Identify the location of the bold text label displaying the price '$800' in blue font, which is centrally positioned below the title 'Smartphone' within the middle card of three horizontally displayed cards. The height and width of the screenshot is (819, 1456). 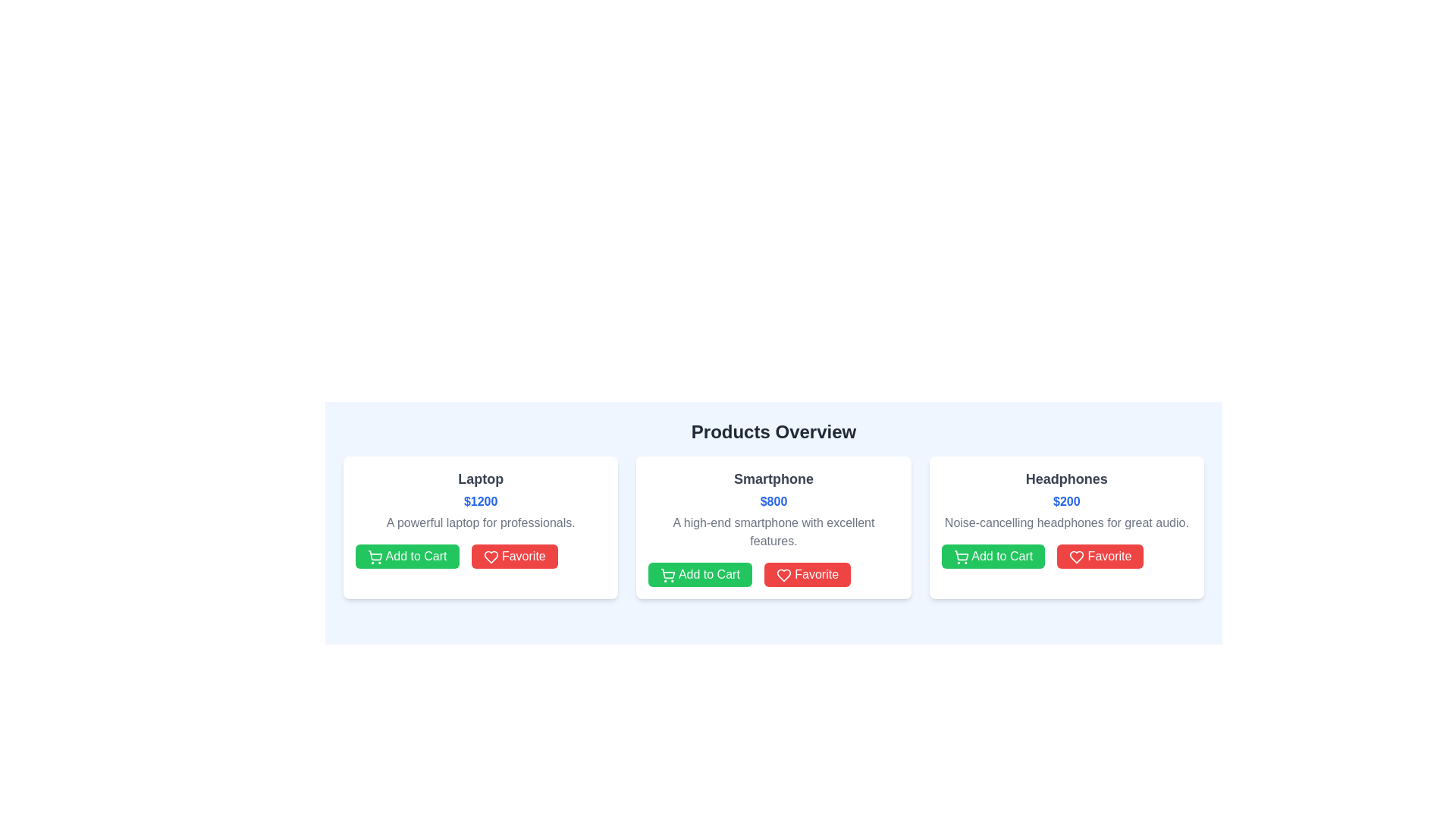
(773, 502).